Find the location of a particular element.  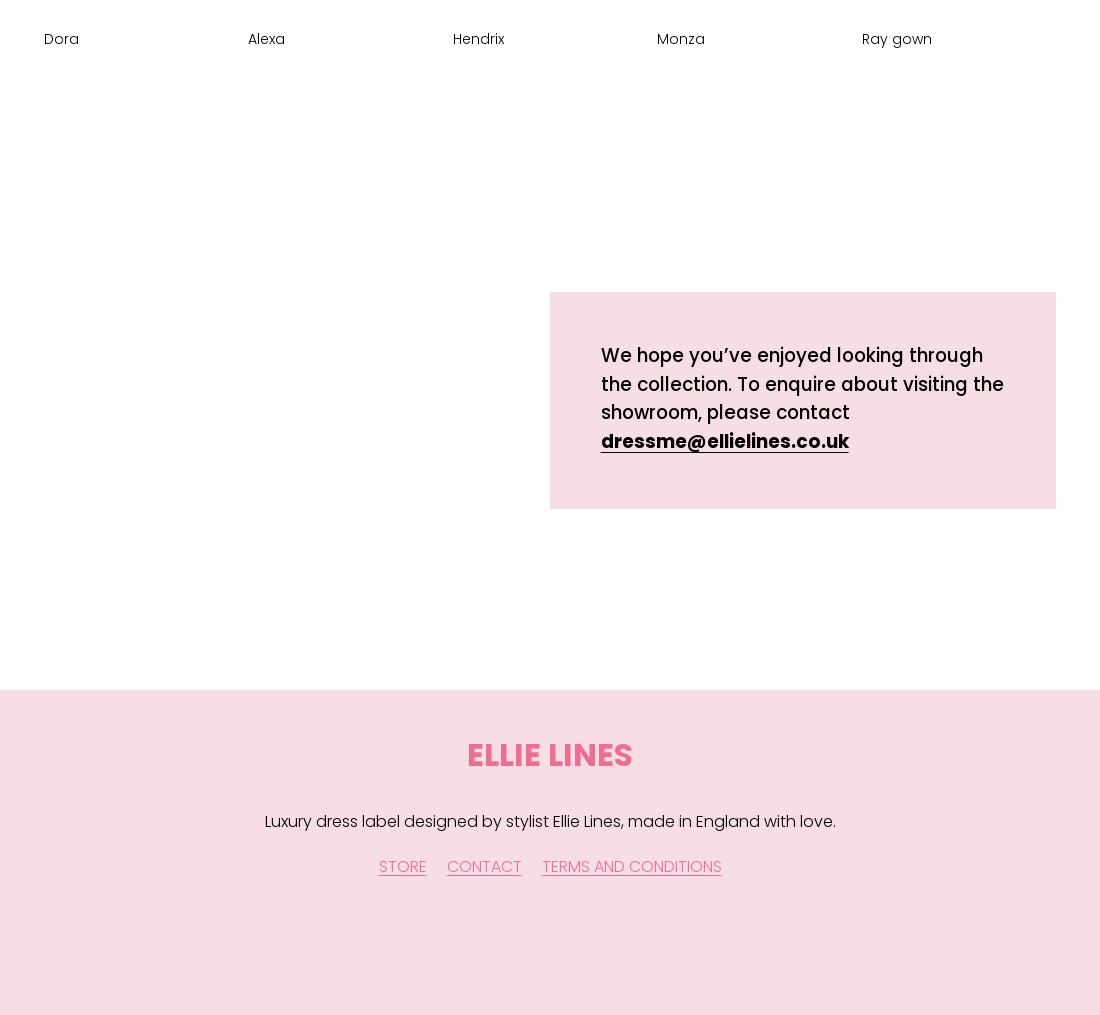

'CONTACT' is located at coordinates (483, 866).